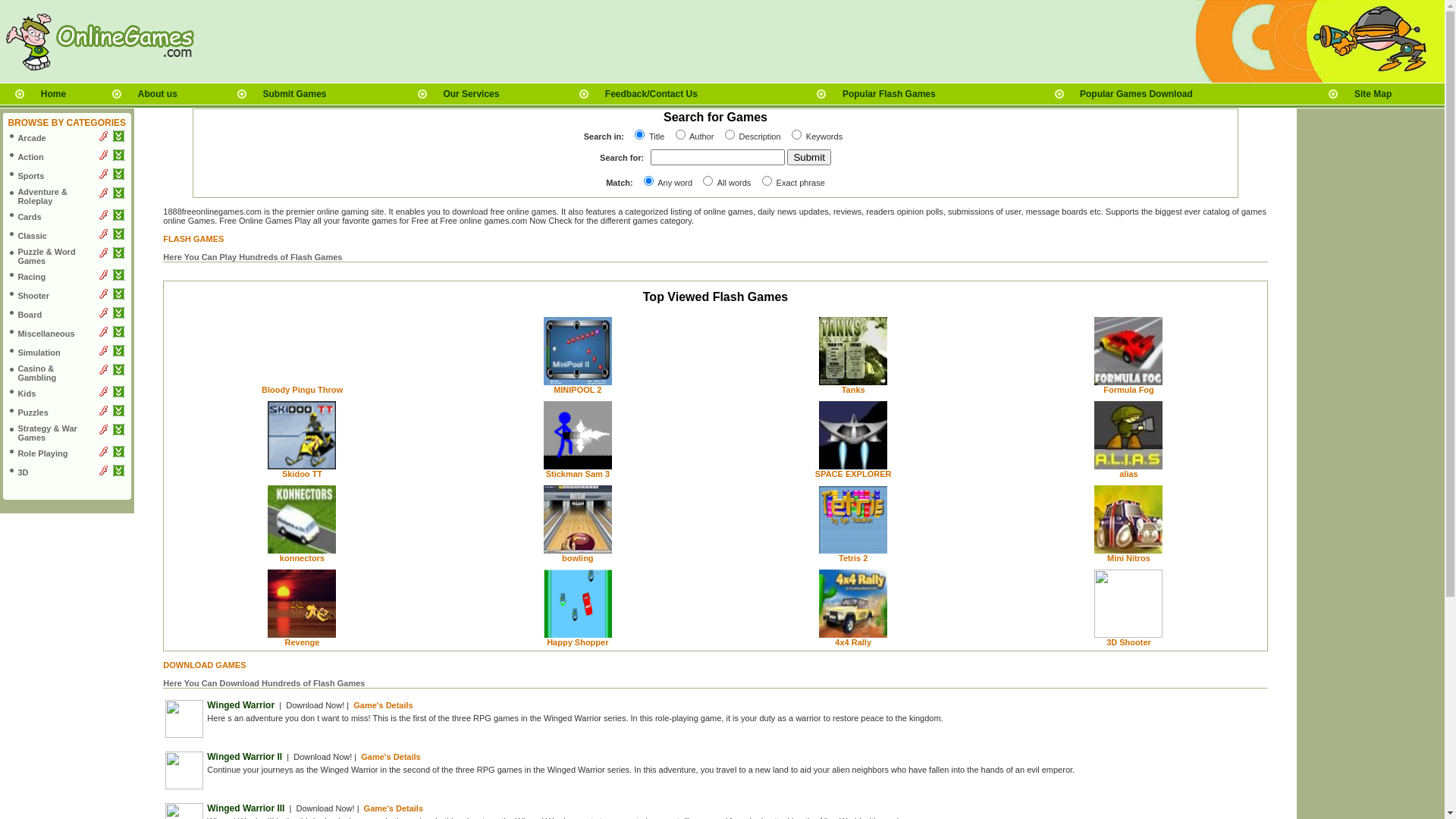 The width and height of the screenshot is (1456, 819). Describe the element at coordinates (203, 664) in the screenshot. I see `'DOWNLOAD GAMES'` at that location.